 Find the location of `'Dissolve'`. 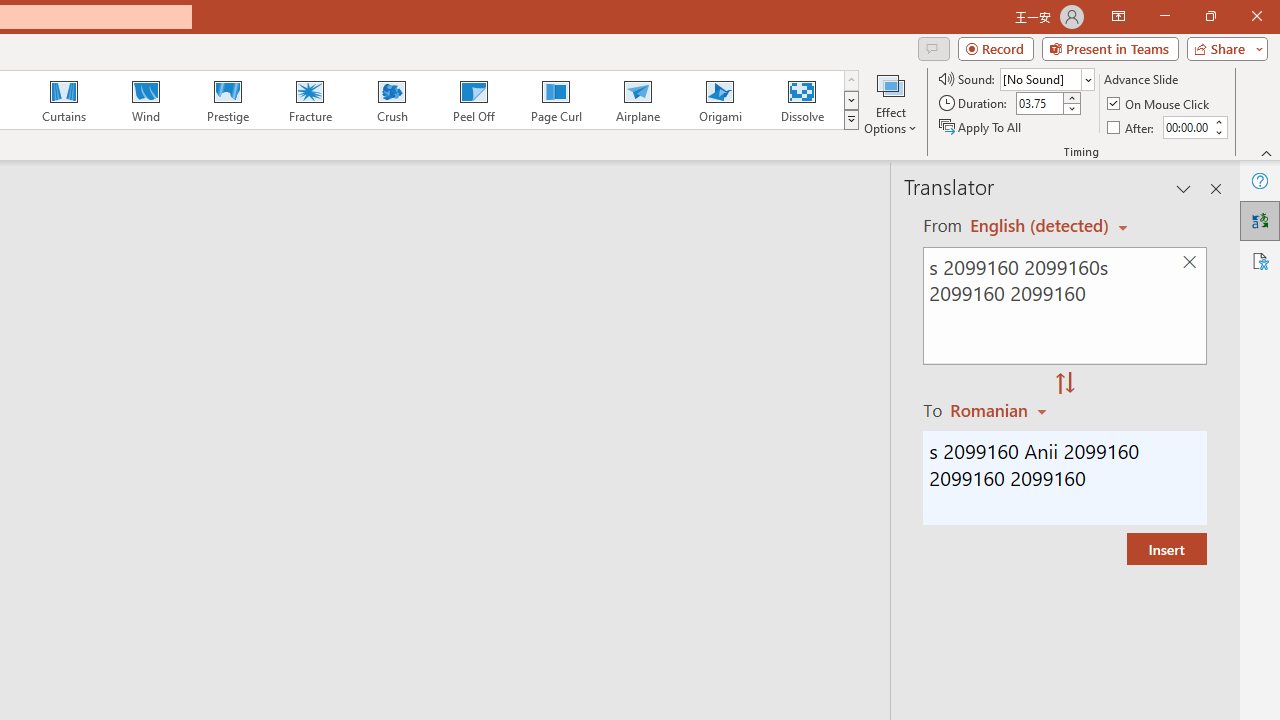

'Dissolve' is located at coordinates (802, 100).